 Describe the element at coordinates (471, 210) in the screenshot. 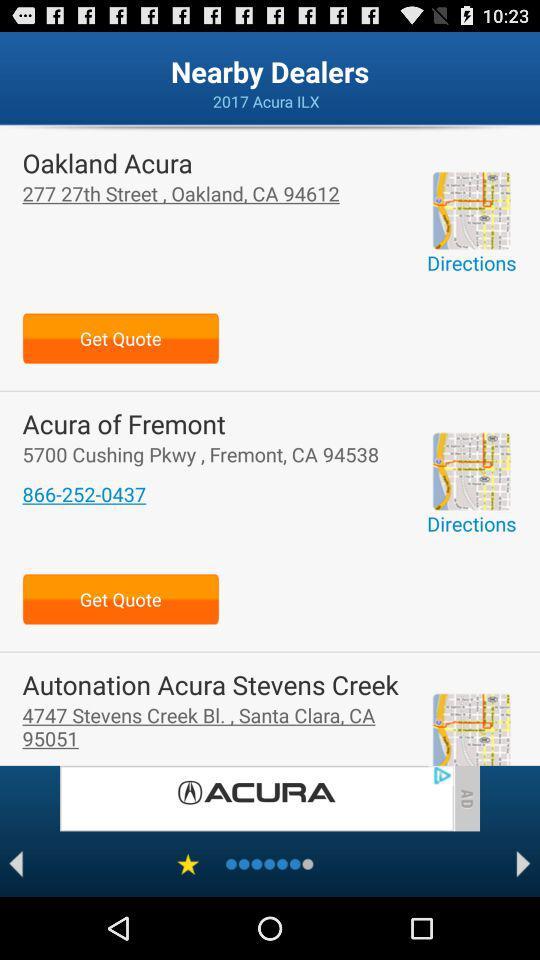

I see `open map` at that location.